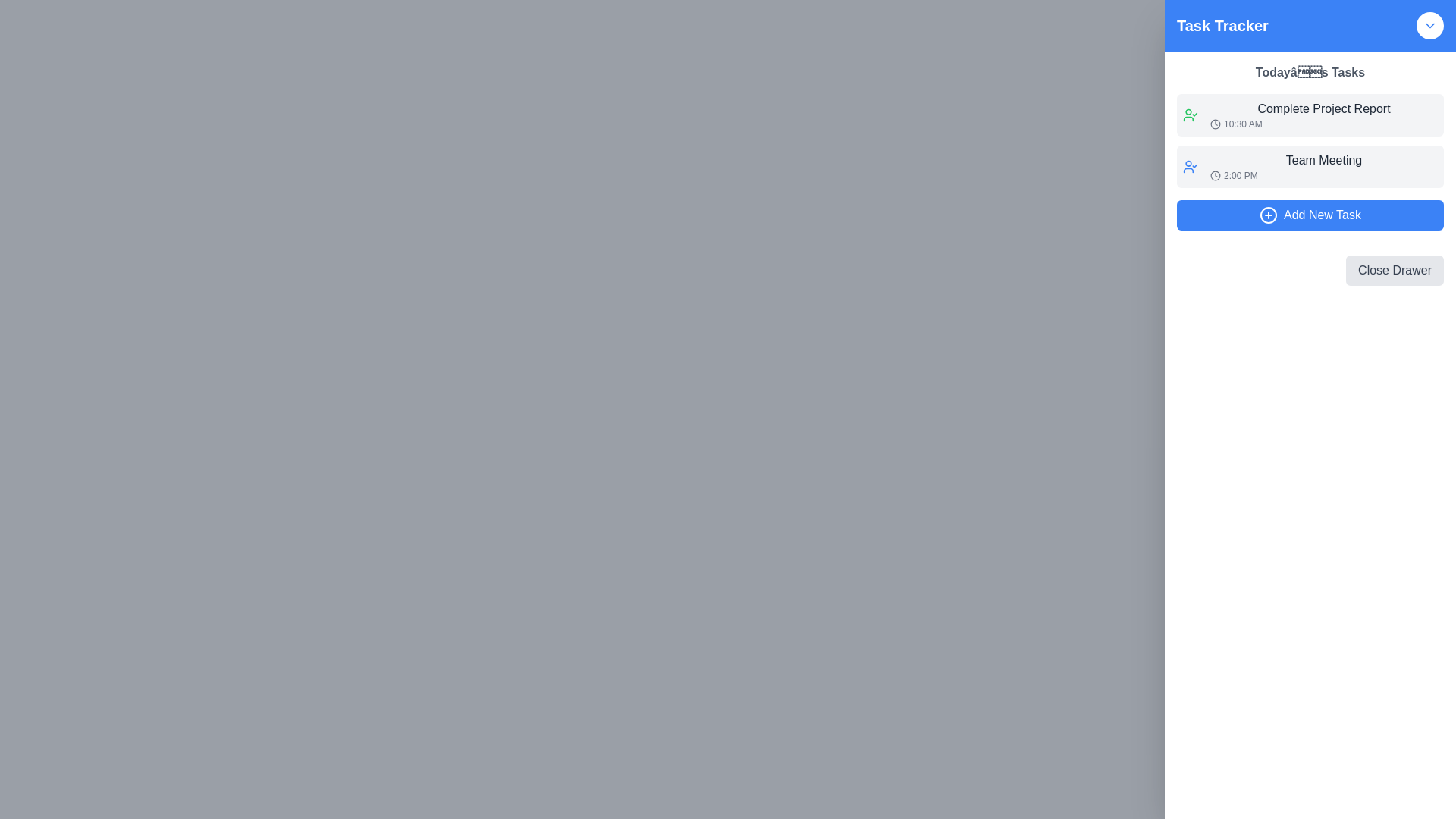  I want to click on the small circular clock icon with a gray stroke that indicates a time-related feature, located next to the '2:00 PM' text label for the 'Team Meeting' task, so click(1216, 174).